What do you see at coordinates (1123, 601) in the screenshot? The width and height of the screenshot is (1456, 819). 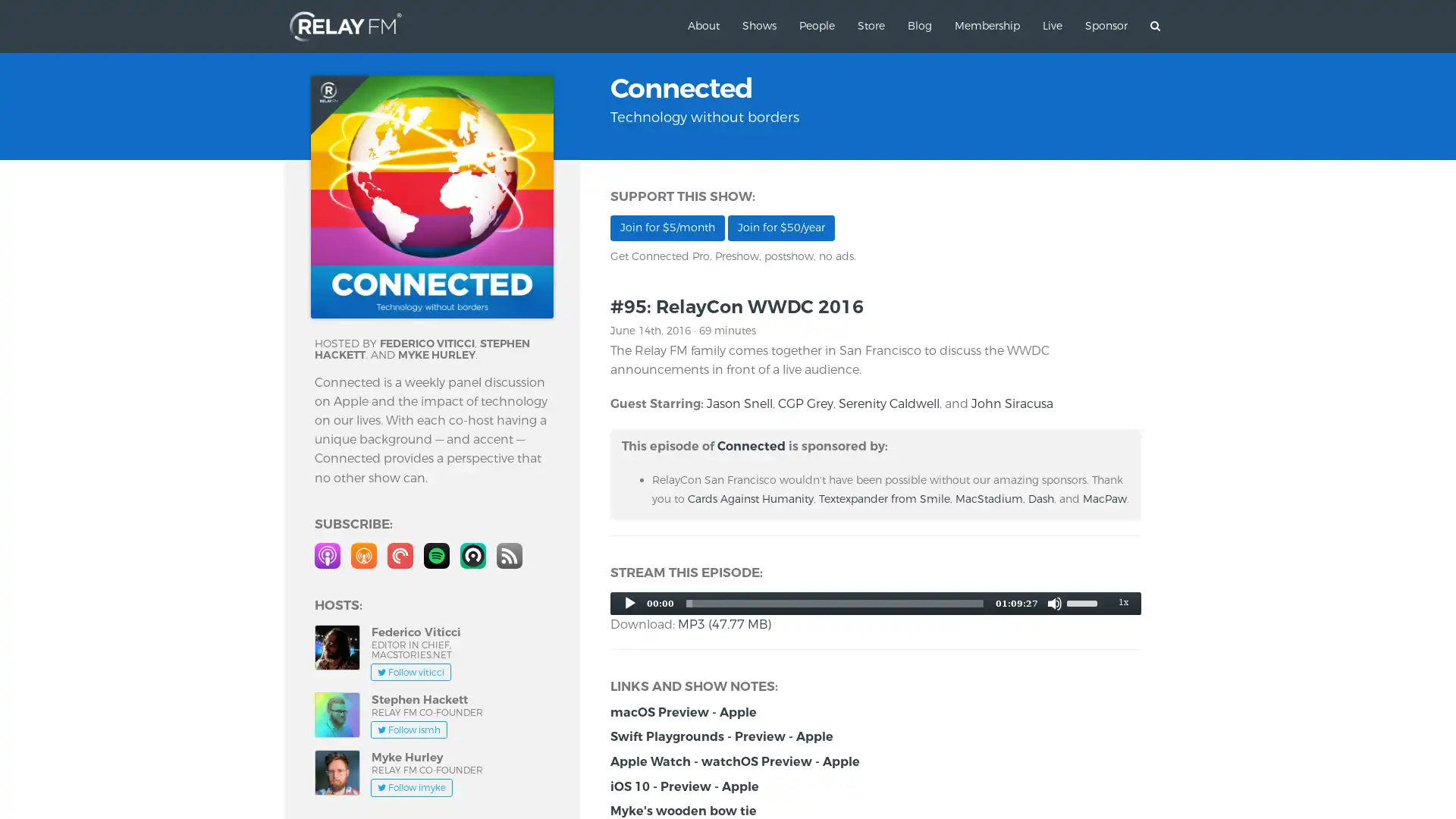 I see `Speed Rate` at bounding box center [1123, 601].